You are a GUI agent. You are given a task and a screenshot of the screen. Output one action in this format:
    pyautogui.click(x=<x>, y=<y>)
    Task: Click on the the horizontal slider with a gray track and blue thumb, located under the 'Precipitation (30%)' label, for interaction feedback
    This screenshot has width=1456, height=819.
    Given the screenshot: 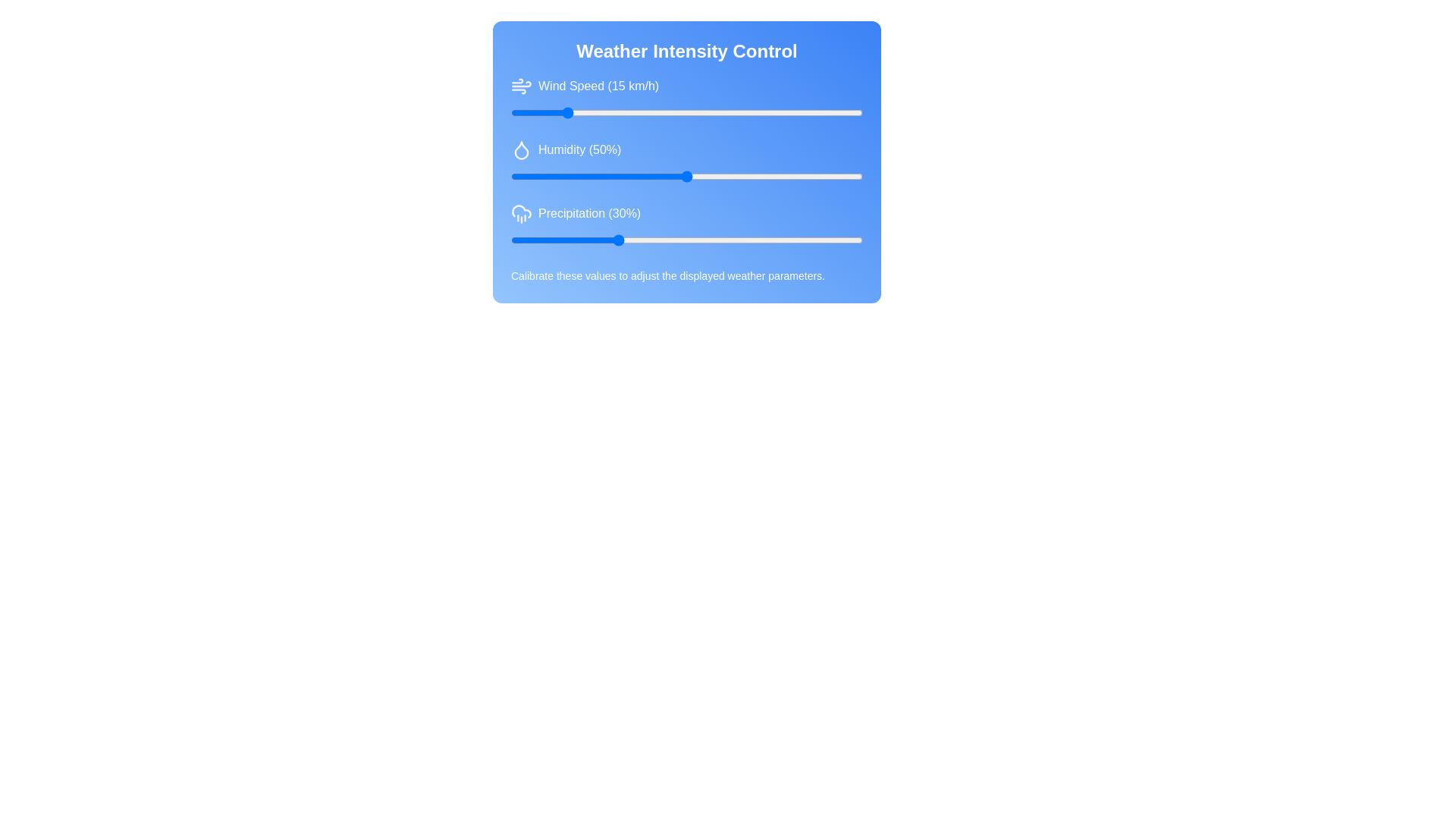 What is the action you would take?
    pyautogui.click(x=686, y=239)
    